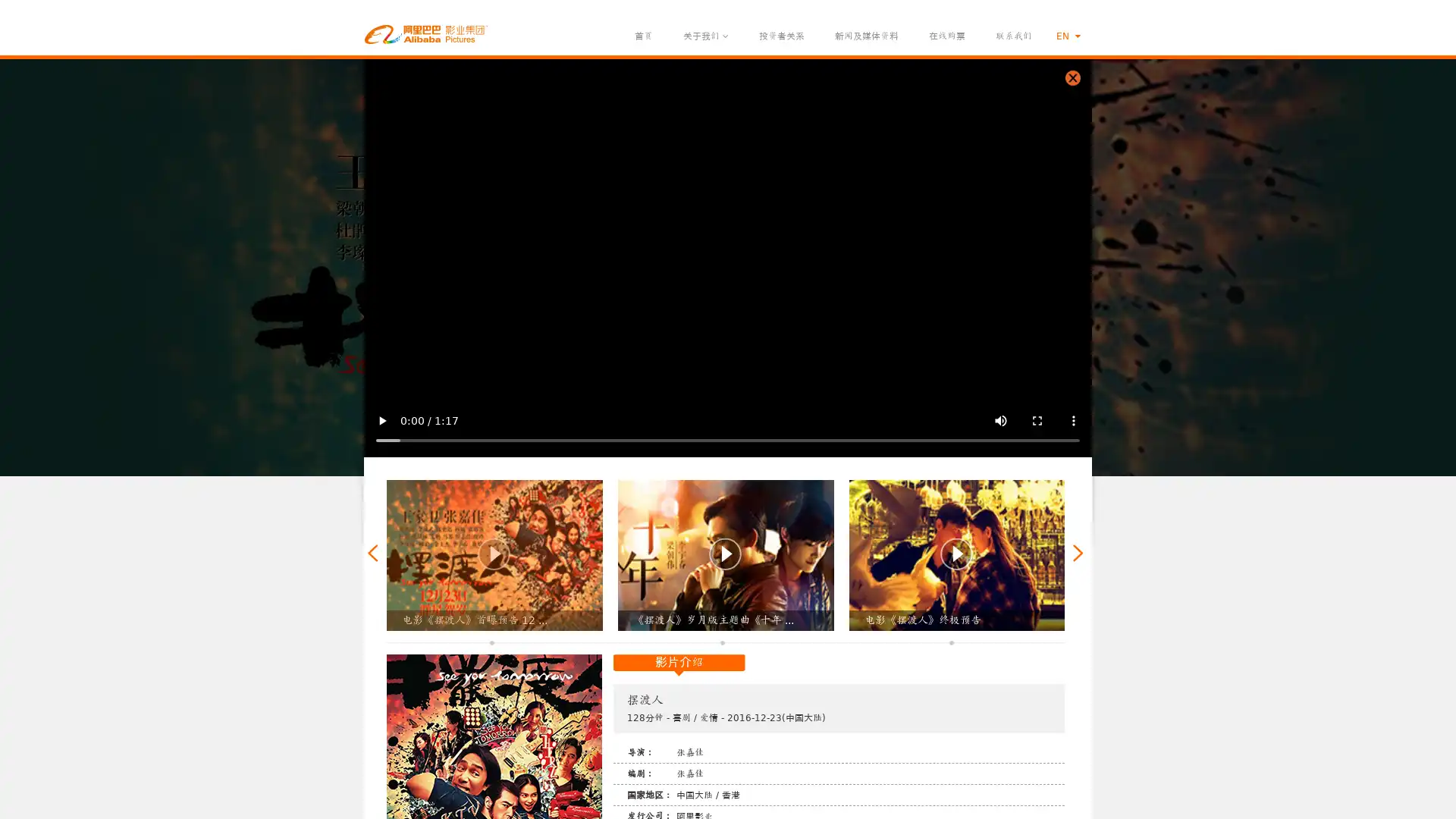 Image resolution: width=1456 pixels, height=819 pixels. What do you see at coordinates (1073, 421) in the screenshot?
I see `show more media controls` at bounding box center [1073, 421].